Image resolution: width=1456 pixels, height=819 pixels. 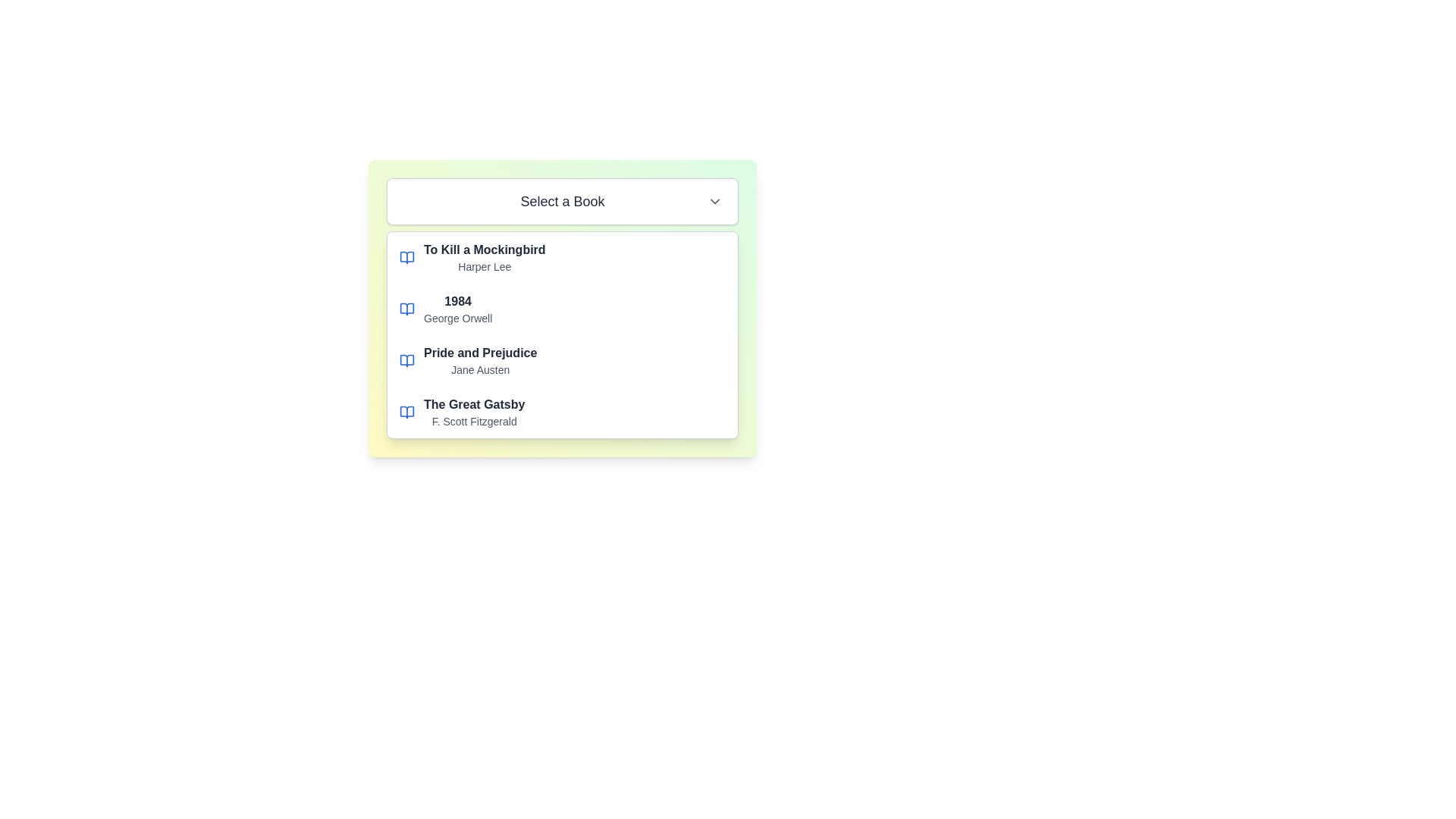 I want to click on the text label displaying 'Pride and Prejudice', which is the third item in a dropdown list and is styled in bold dark-gray font, so click(x=479, y=353).